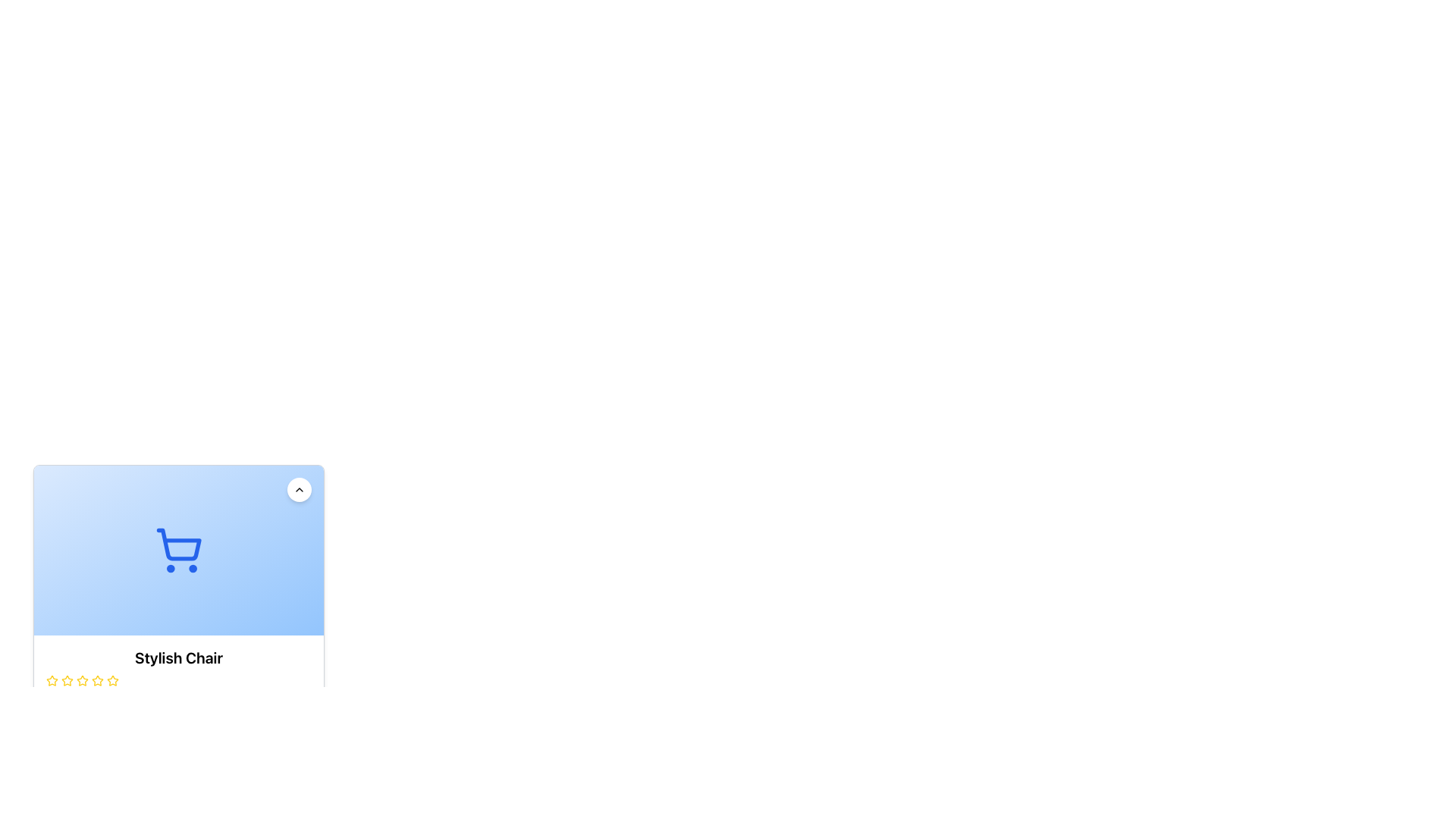  What do you see at coordinates (97, 680) in the screenshot?
I see `the sixth star in the rating system under 'Stylish Chair'` at bounding box center [97, 680].